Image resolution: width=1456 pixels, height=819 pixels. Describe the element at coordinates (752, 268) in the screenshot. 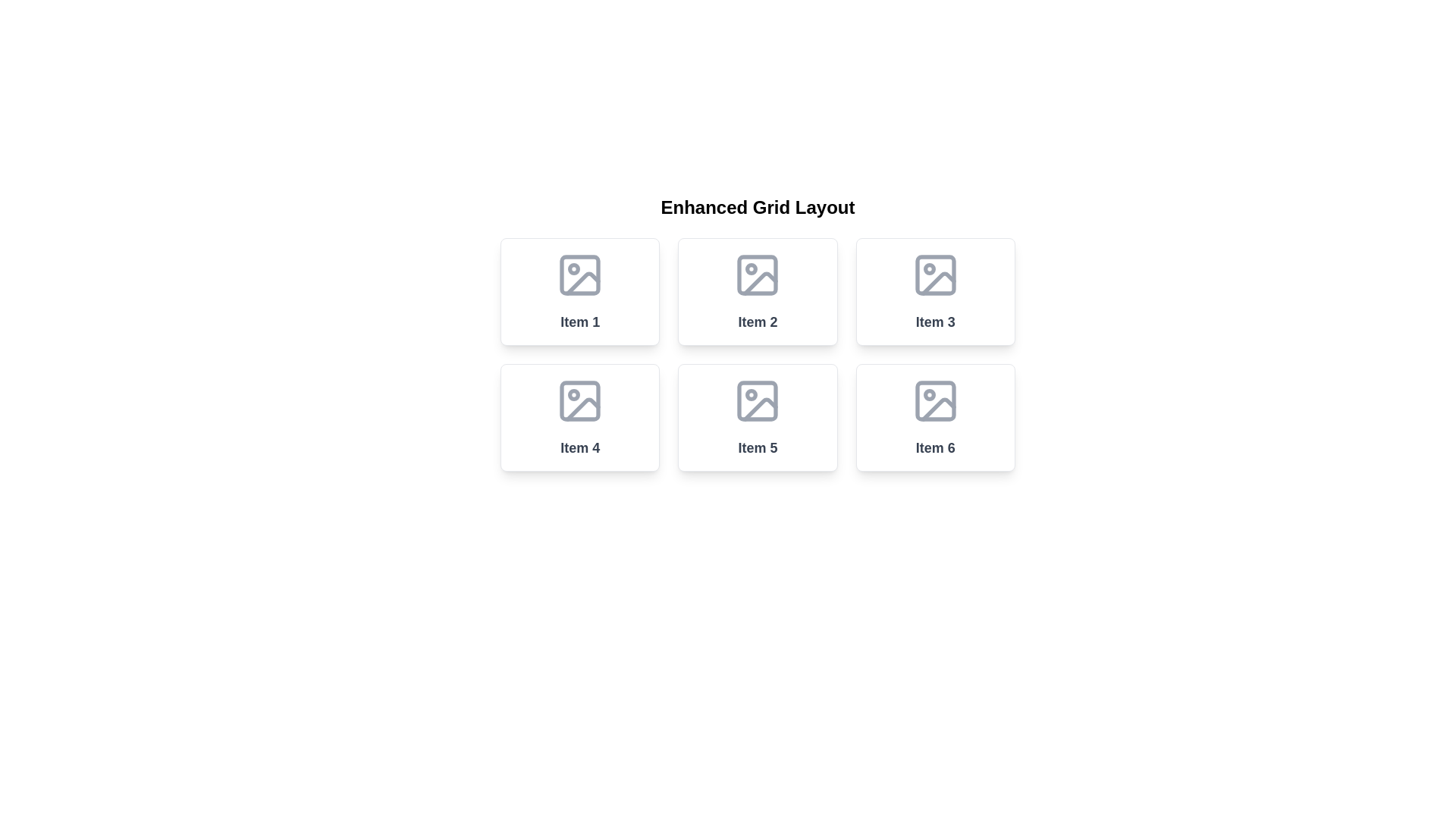

I see `the small circular dot within the pictographic icon resembling a mountain and sun, located in the second grid cell of the interface` at that location.